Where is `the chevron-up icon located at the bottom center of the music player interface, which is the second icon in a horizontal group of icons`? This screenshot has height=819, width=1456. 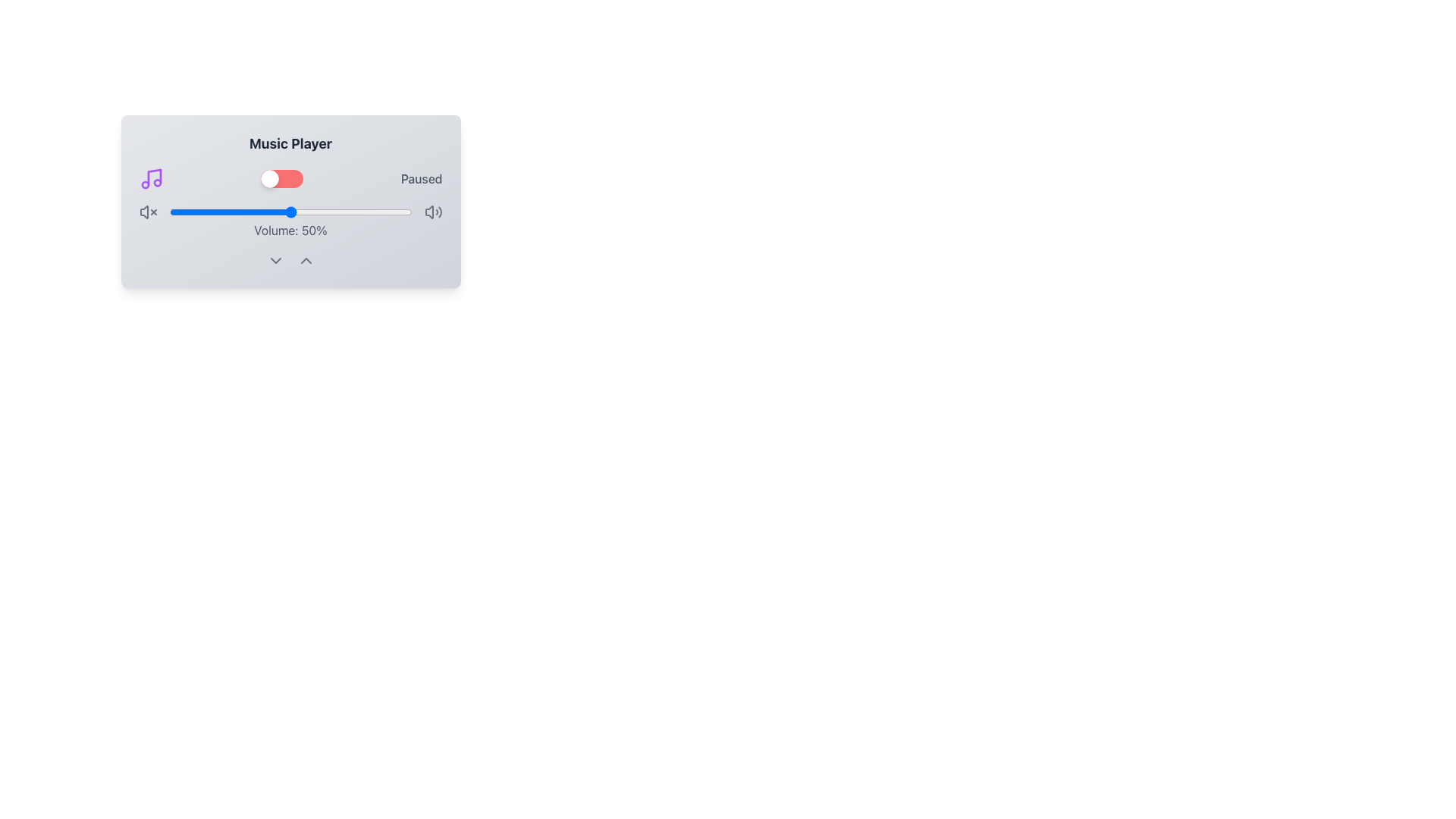 the chevron-up icon located at the bottom center of the music player interface, which is the second icon in a horizontal group of icons is located at coordinates (305, 259).